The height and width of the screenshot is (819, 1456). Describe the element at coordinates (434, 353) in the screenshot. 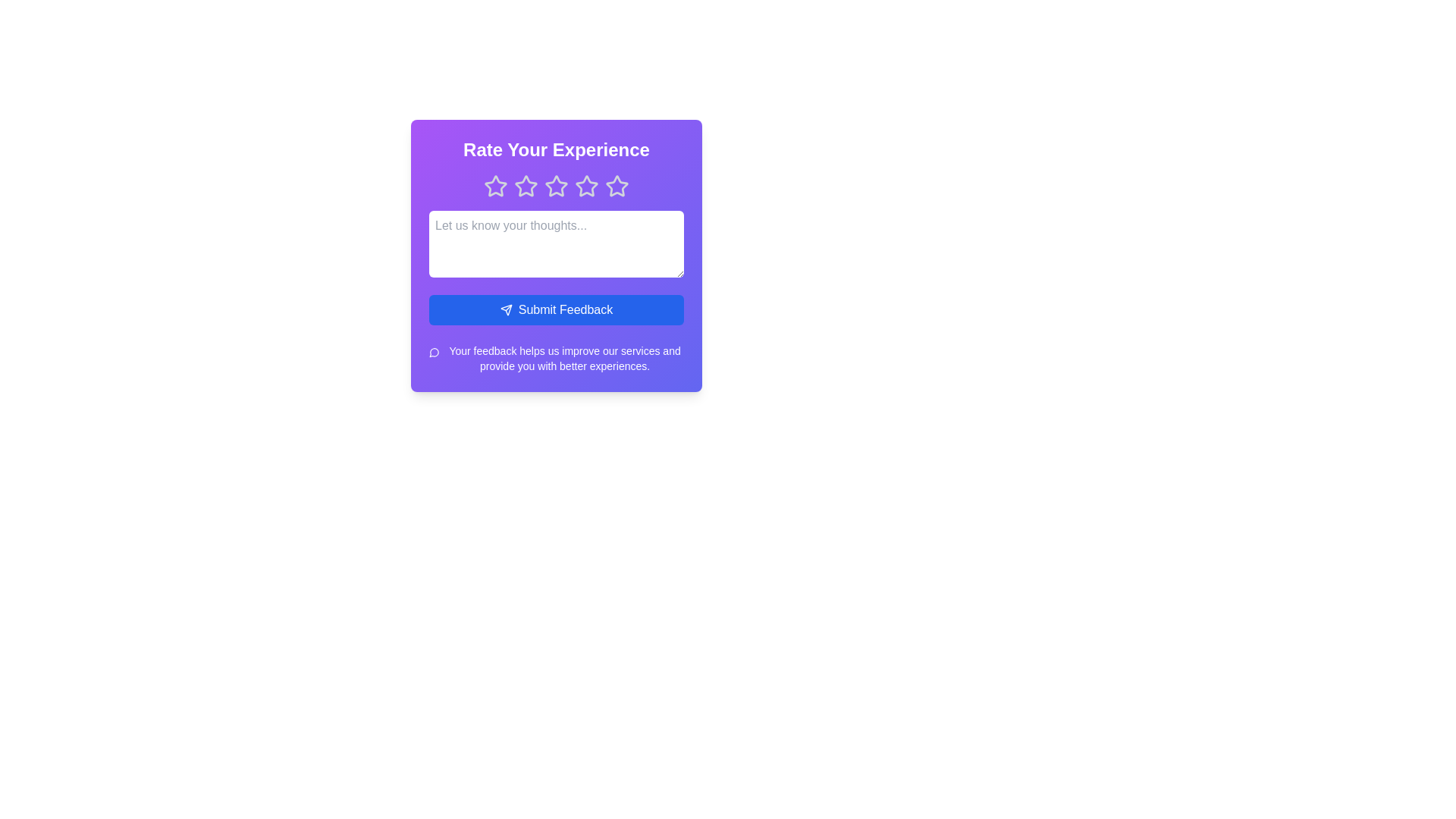

I see `the feedback icon located at the bottom left of the feedback form, adjacent to the message about improving services` at that location.